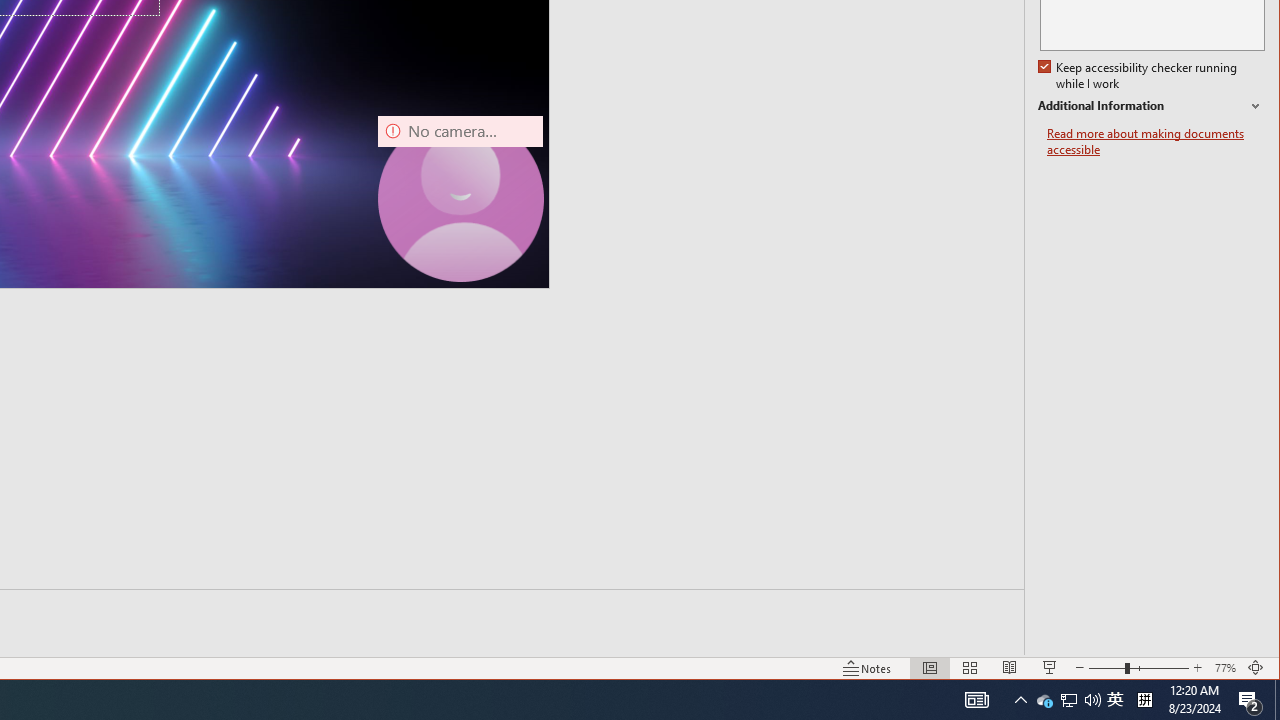  I want to click on 'Camera 7, No camera detected.', so click(459, 198).